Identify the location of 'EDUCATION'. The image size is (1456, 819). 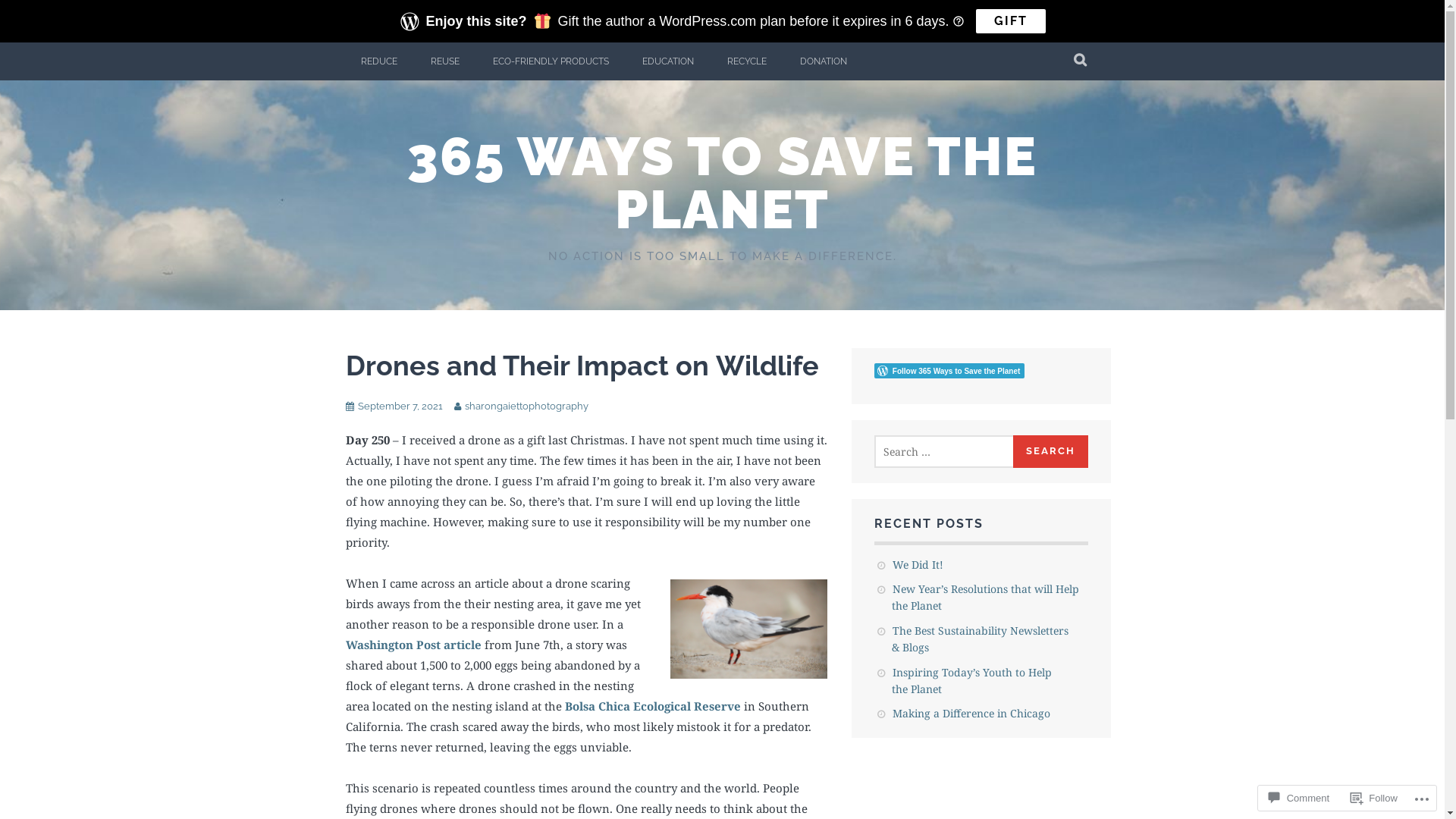
(667, 61).